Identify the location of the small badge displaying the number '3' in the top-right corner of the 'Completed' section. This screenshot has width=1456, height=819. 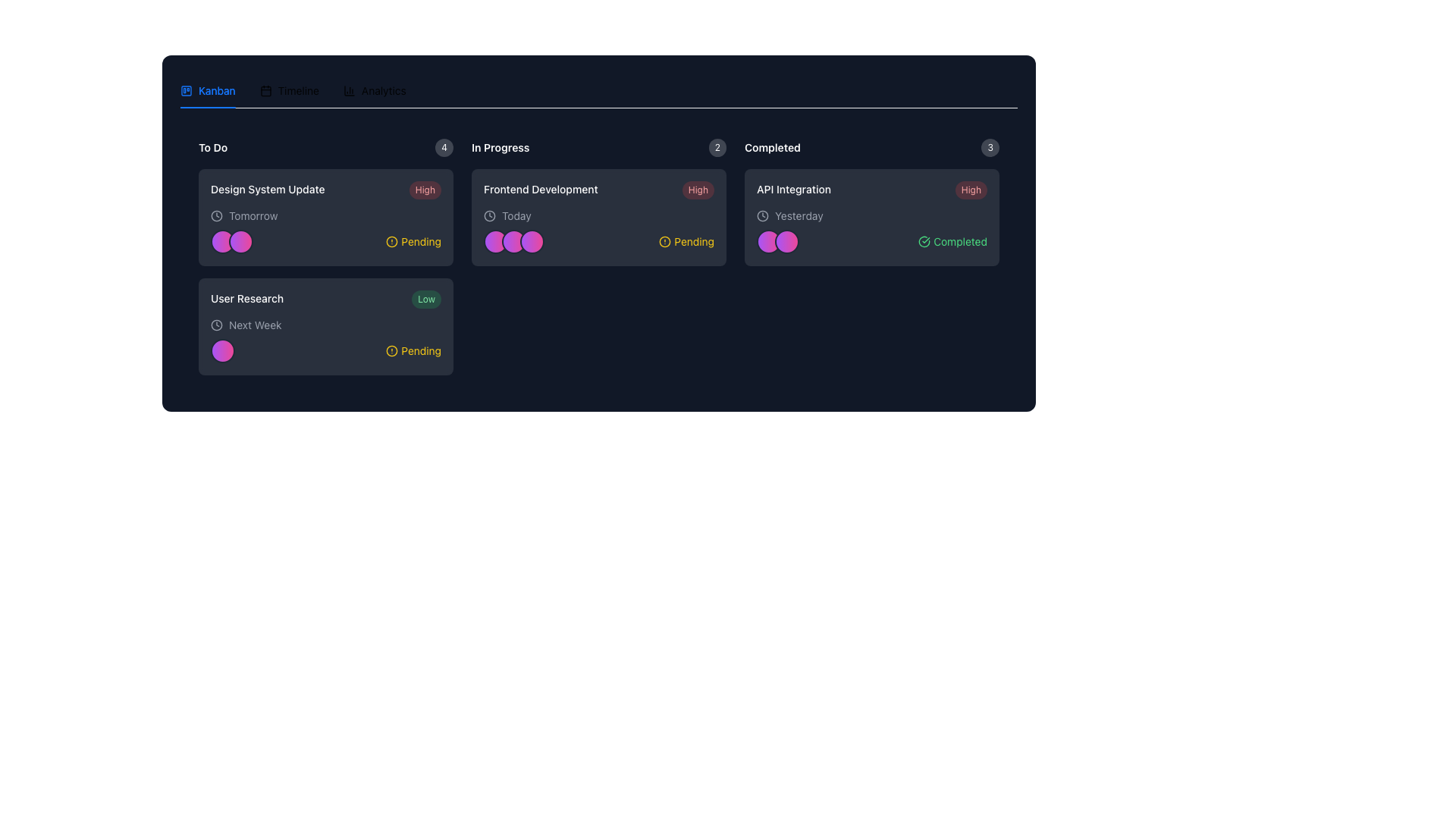
(990, 148).